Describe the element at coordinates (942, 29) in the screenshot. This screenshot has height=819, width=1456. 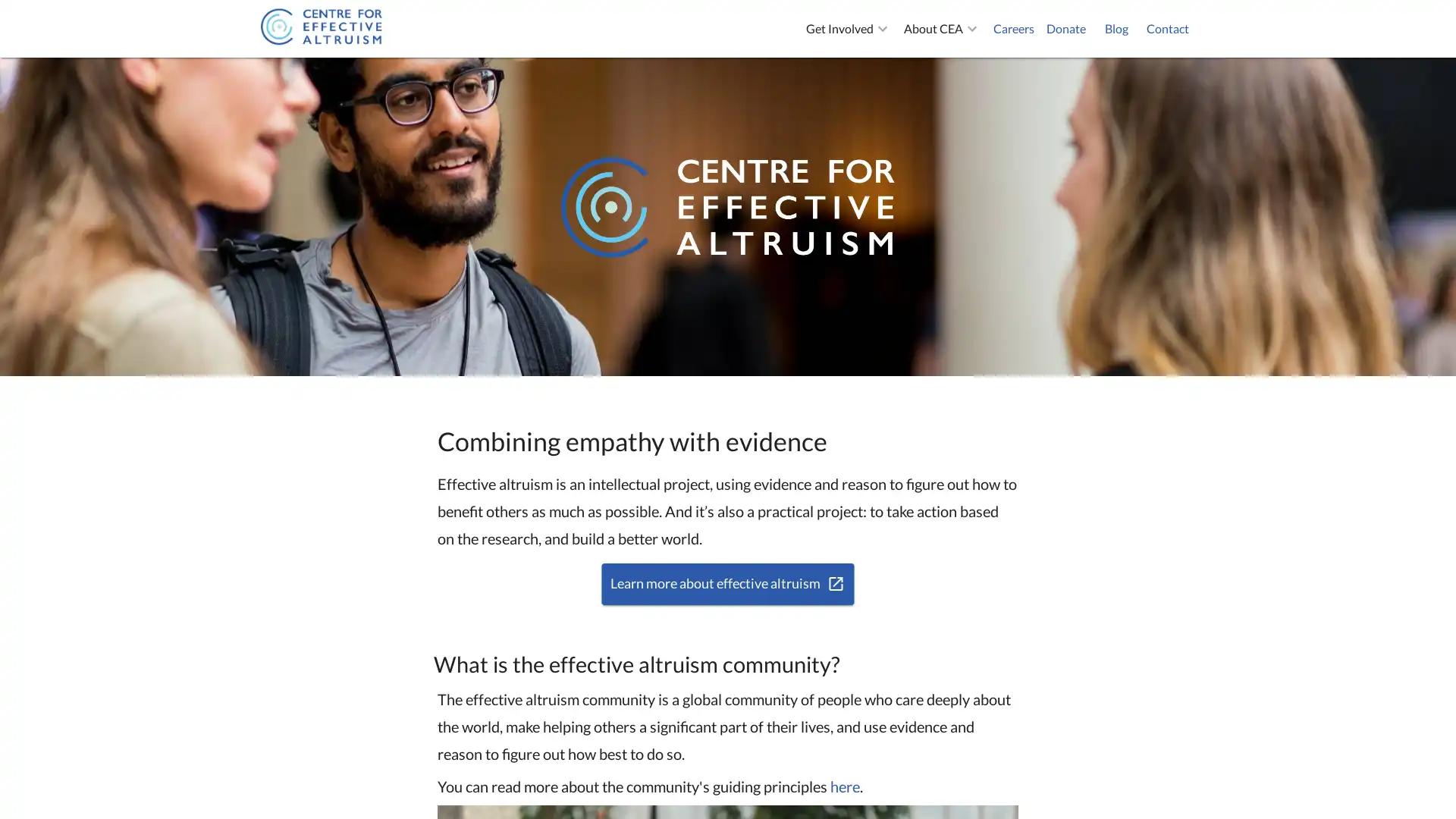
I see `About CEA` at that location.